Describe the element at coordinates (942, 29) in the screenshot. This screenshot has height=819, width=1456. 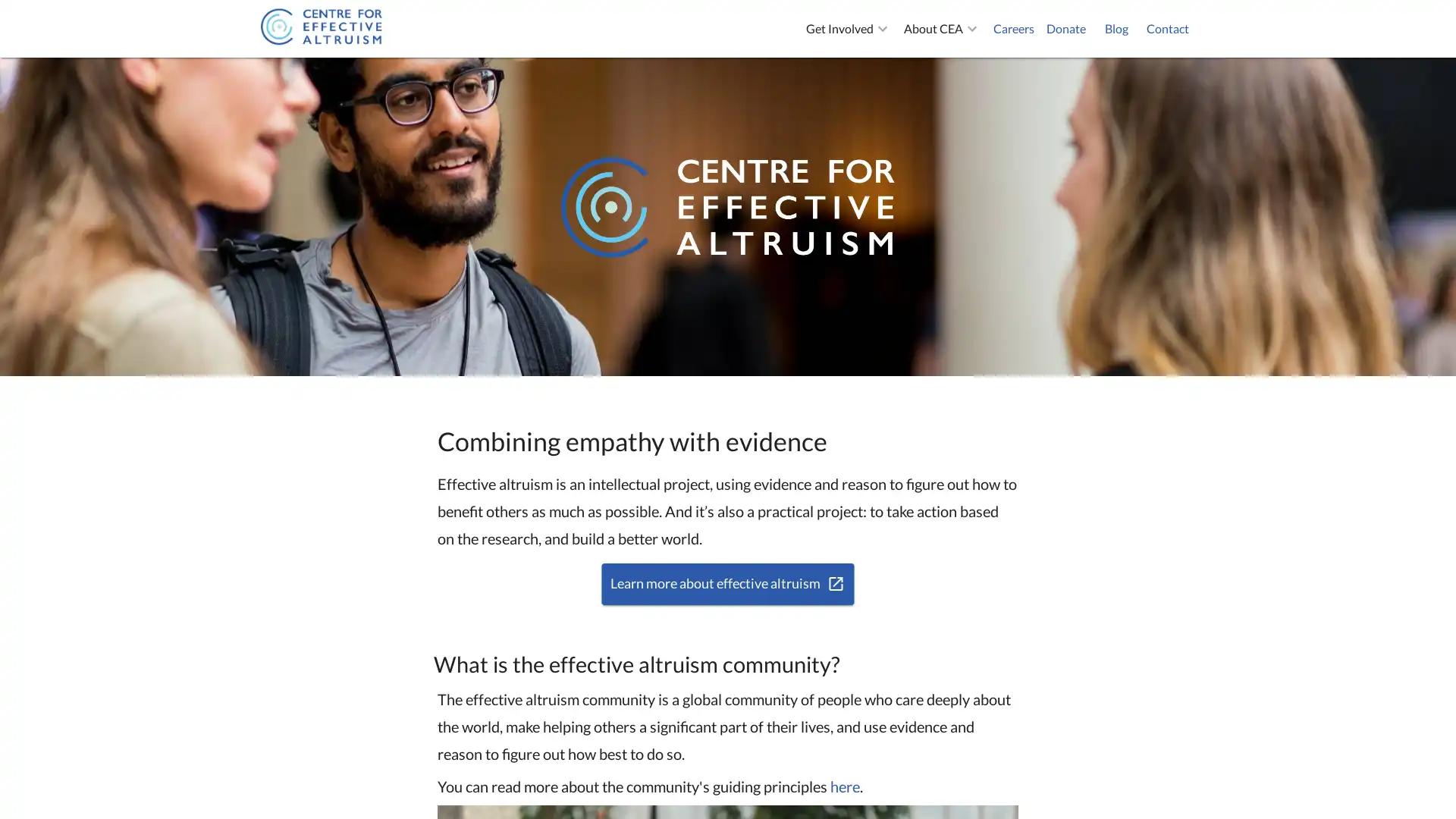
I see `About CEA` at that location.